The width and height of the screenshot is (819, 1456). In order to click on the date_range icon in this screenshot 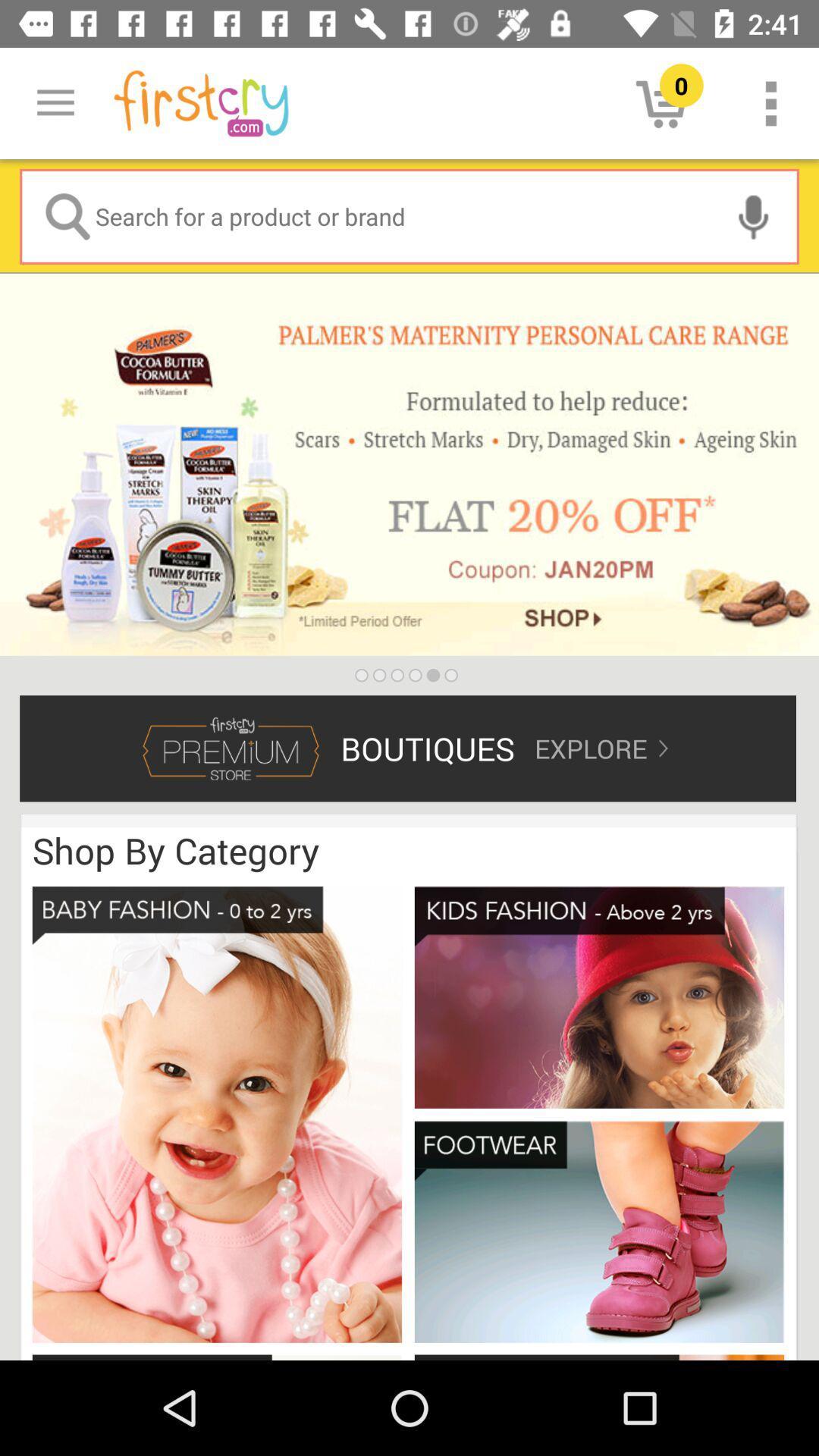, I will do `click(217, 1357)`.